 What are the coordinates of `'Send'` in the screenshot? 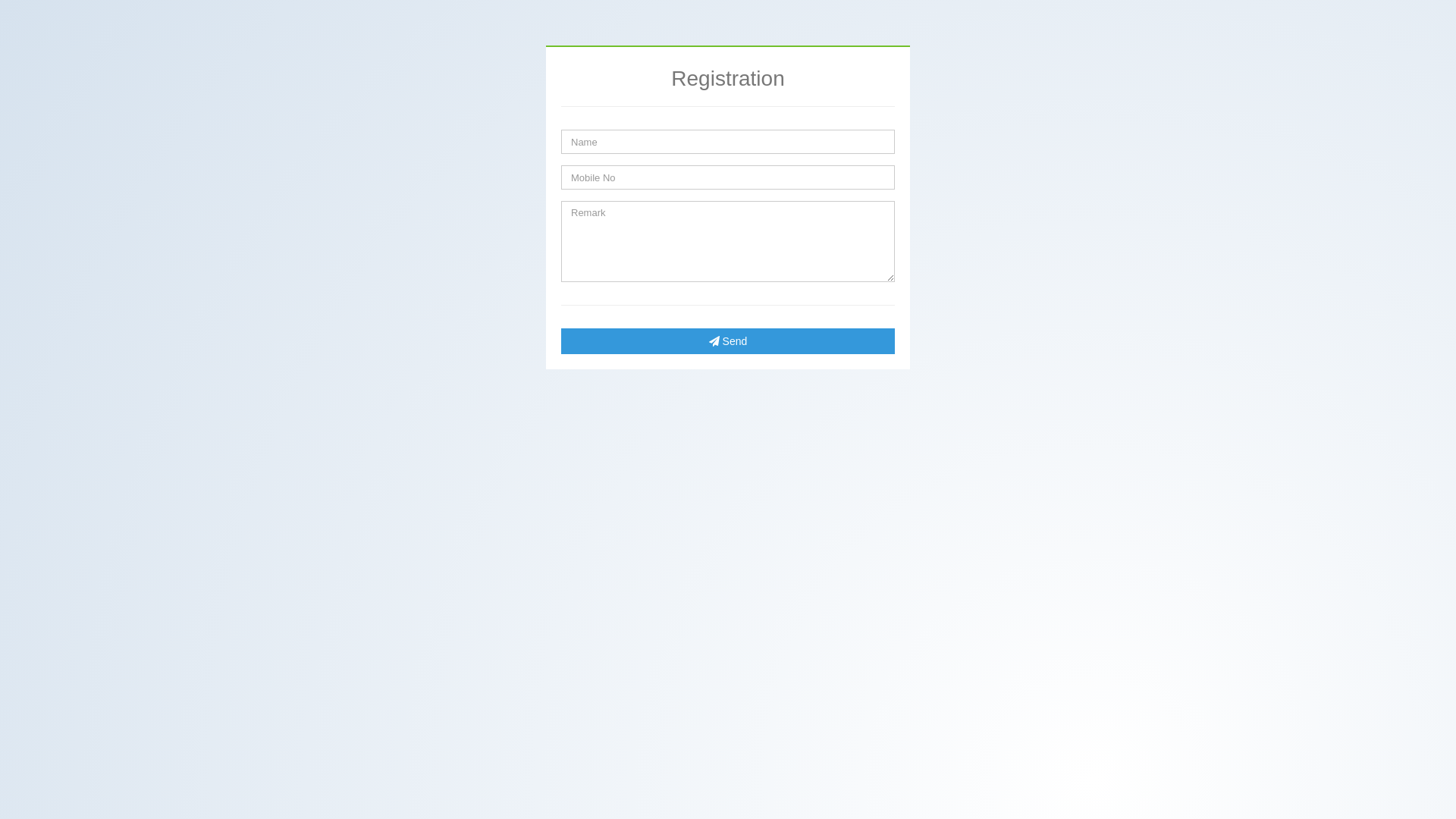 It's located at (728, 341).